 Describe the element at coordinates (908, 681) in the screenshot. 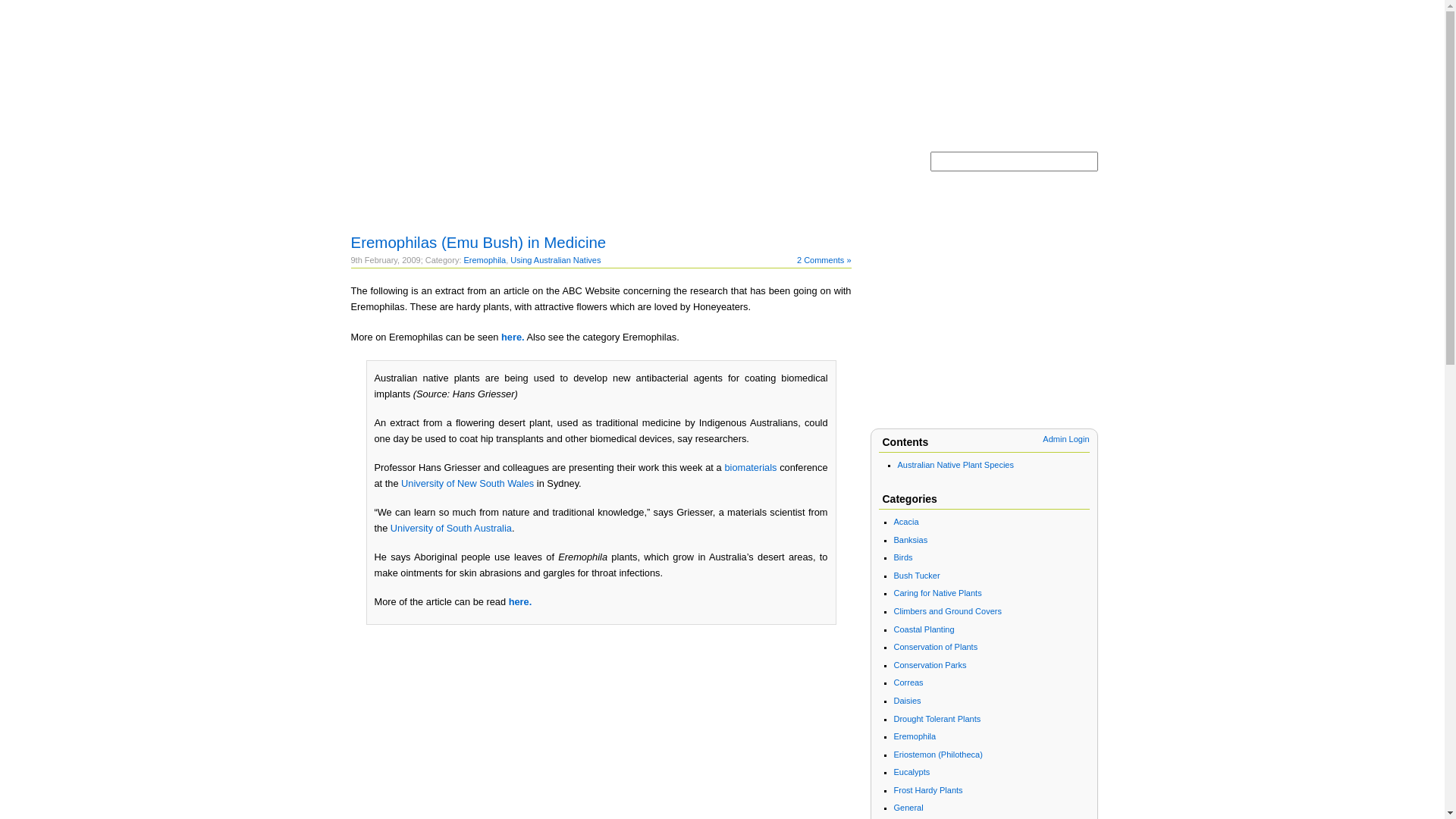

I see `'Correas'` at that location.